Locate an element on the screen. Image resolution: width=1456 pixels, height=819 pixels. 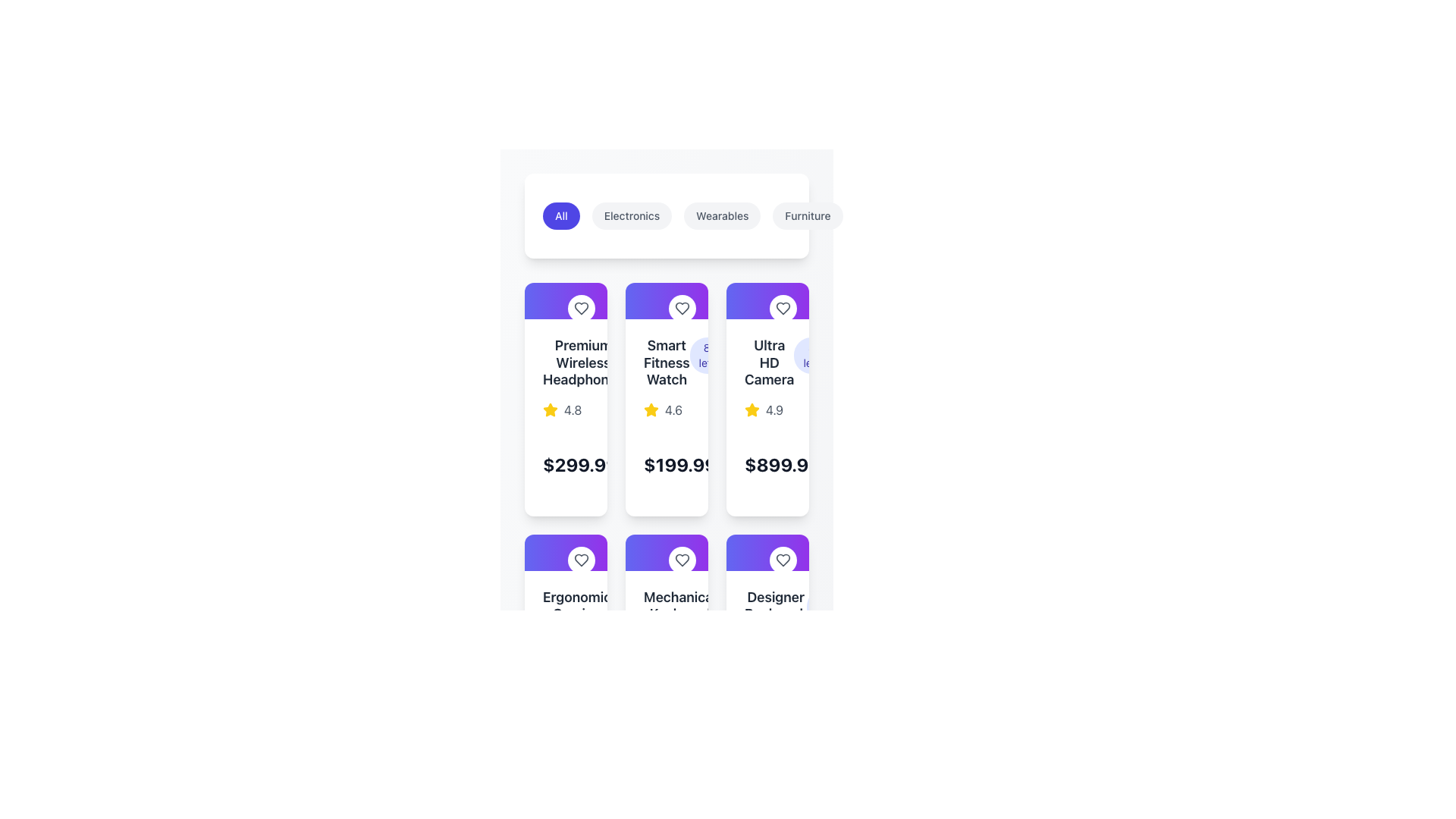
the star rating icon located in the third product card from the left, positioned below the title 'Ultra HD Camera' and above the numeric rating '4.9' is located at coordinates (752, 409).